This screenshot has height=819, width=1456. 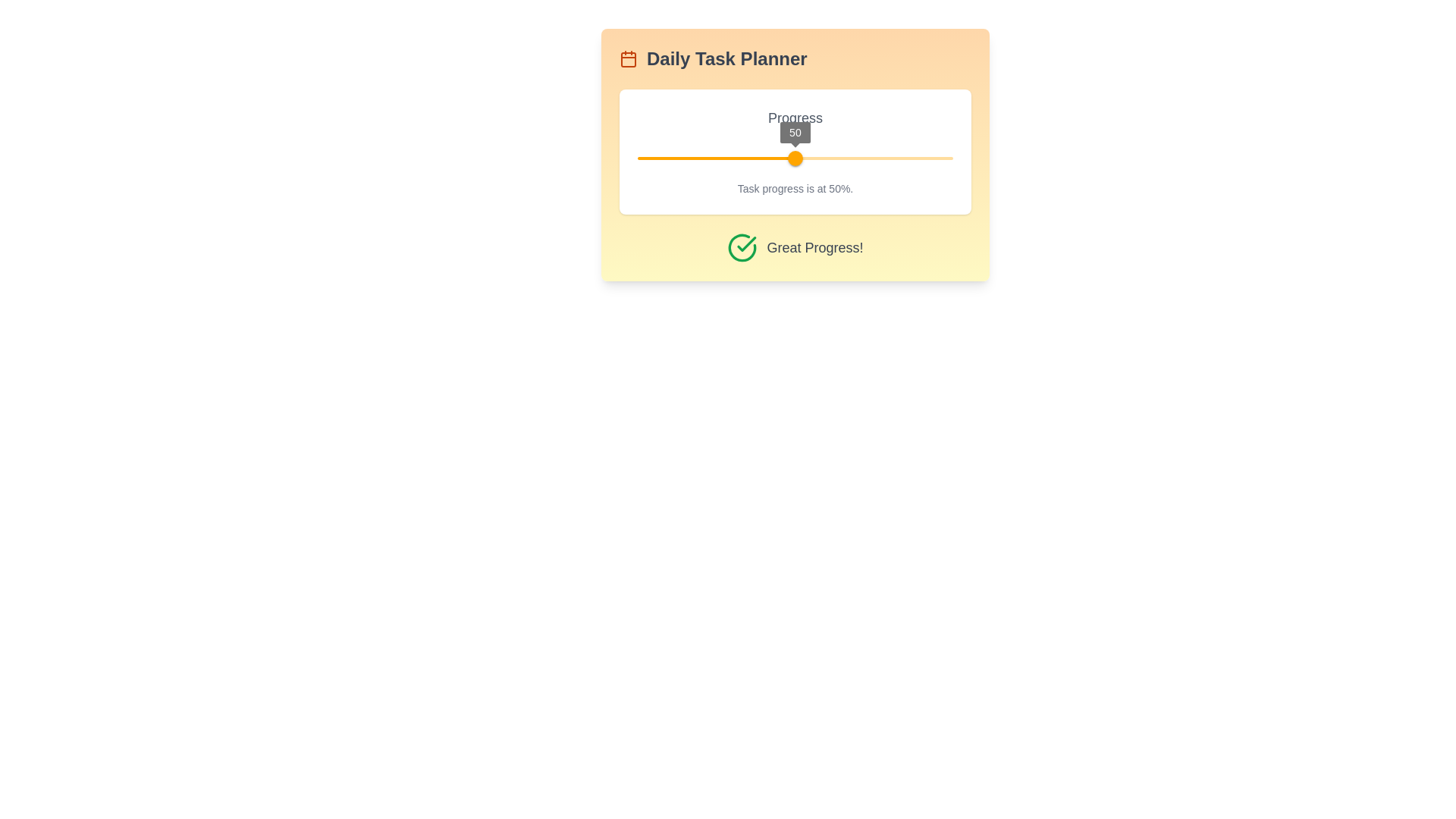 I want to click on the progress value, so click(x=663, y=158).